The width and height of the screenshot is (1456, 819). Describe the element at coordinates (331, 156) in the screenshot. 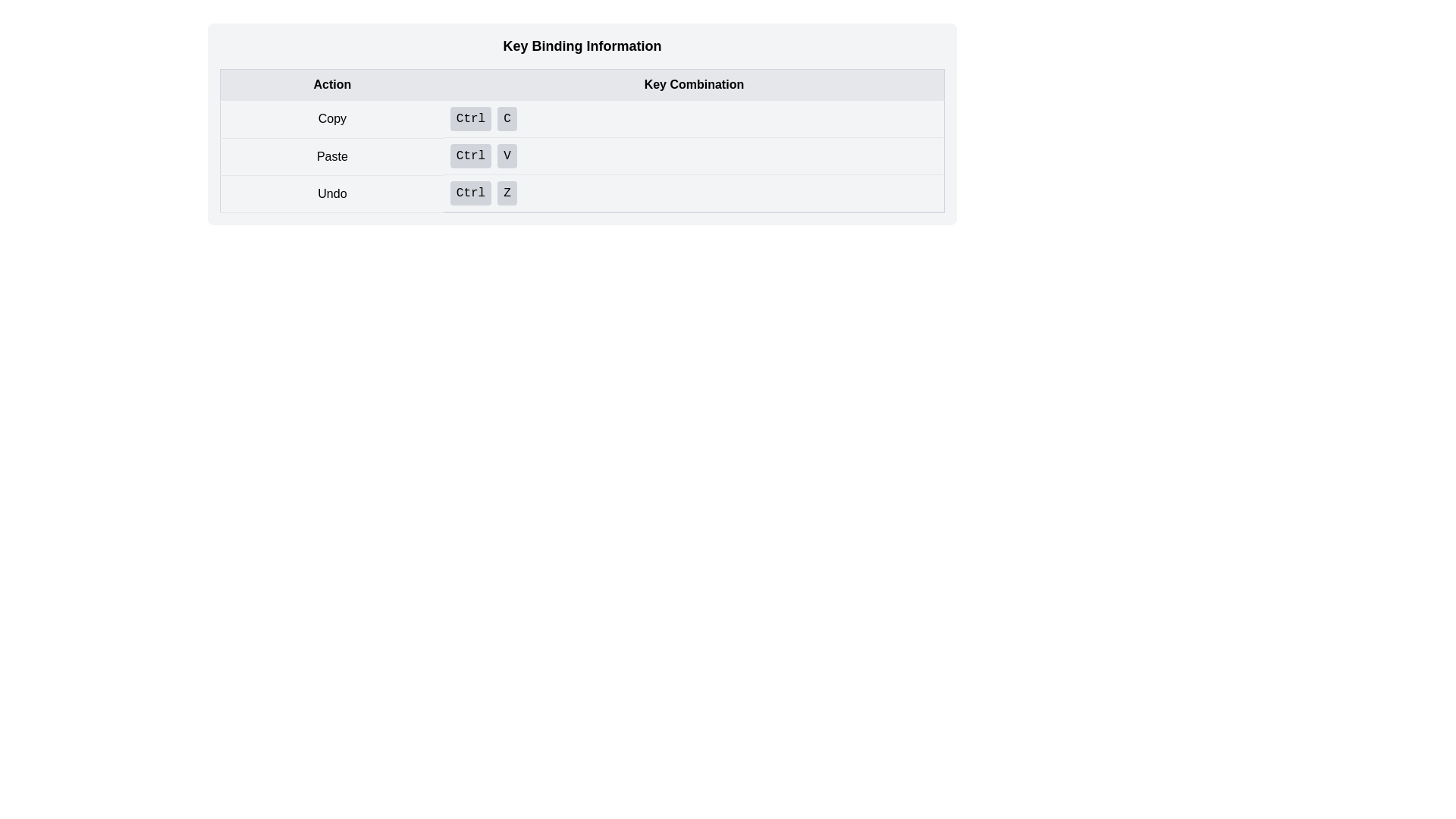

I see `the 'Paste' label, which is a plain text label in a table under the 'Action' column, positioned in the second row below 'Copy' and above 'Undo'` at that location.